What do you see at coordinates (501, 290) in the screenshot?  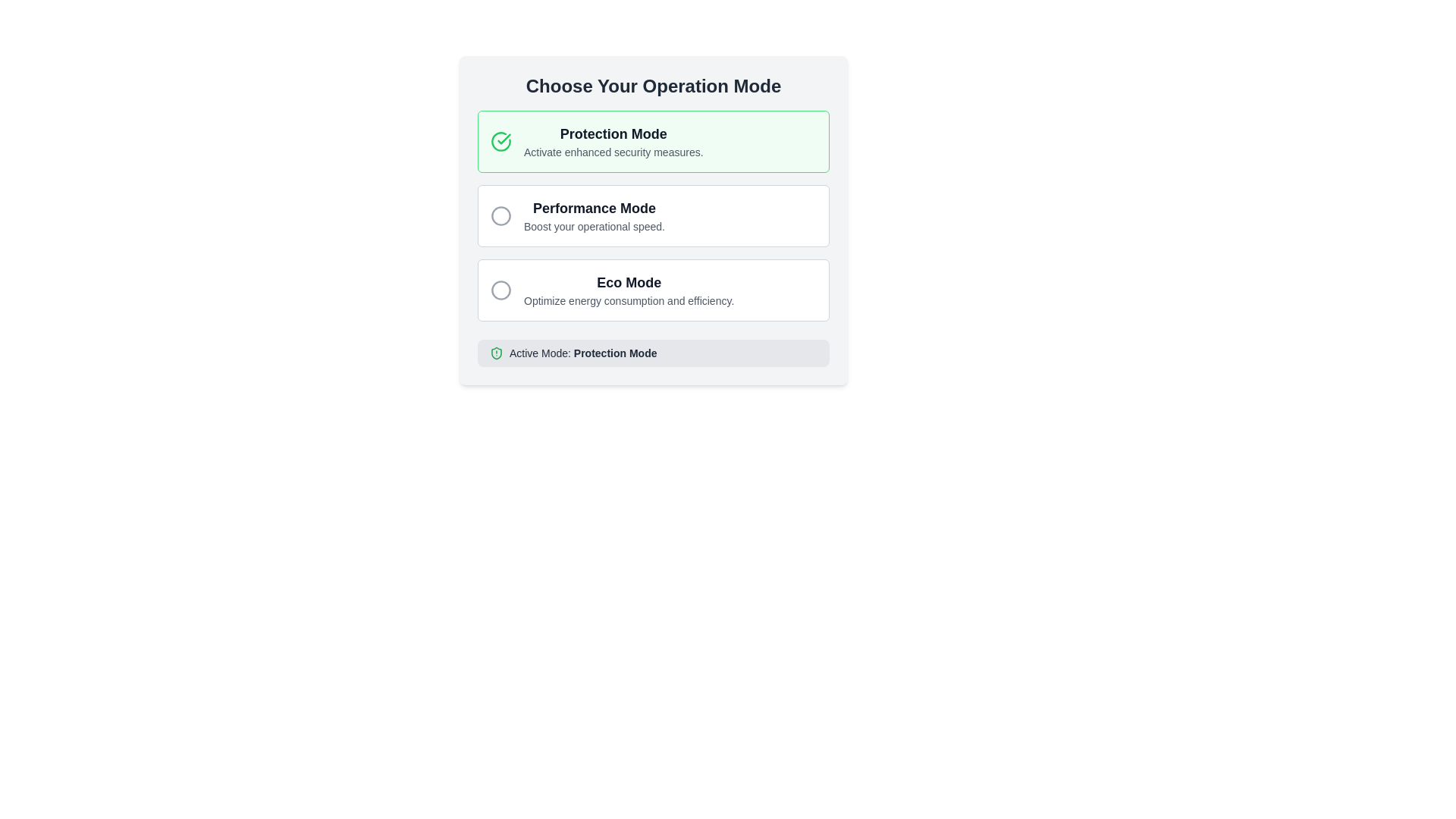 I see `the selectable circle indicator located in the 'Eco Mode' section` at bounding box center [501, 290].